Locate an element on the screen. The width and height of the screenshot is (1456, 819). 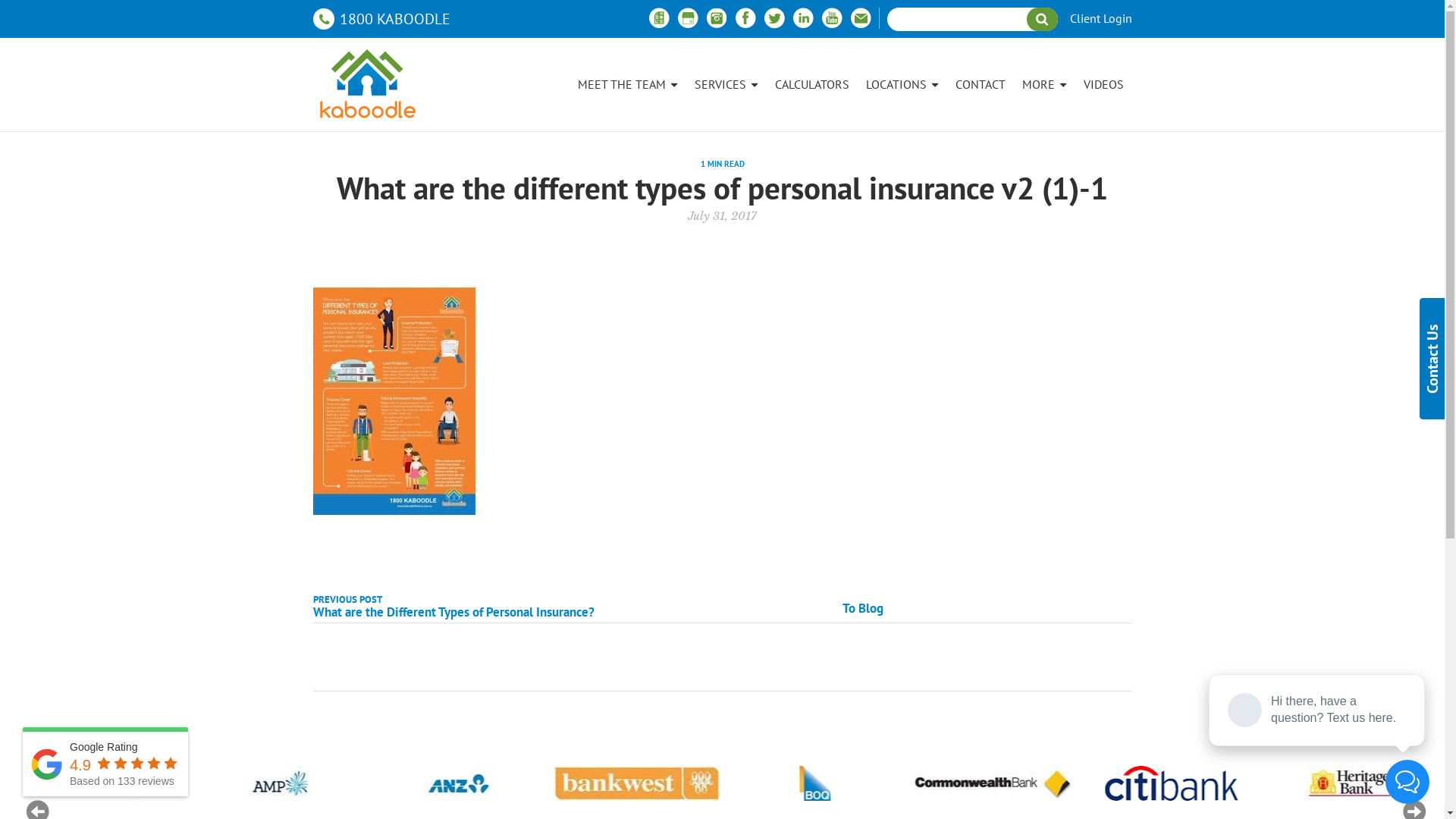
'Logo 08' is located at coordinates (1153, 783).